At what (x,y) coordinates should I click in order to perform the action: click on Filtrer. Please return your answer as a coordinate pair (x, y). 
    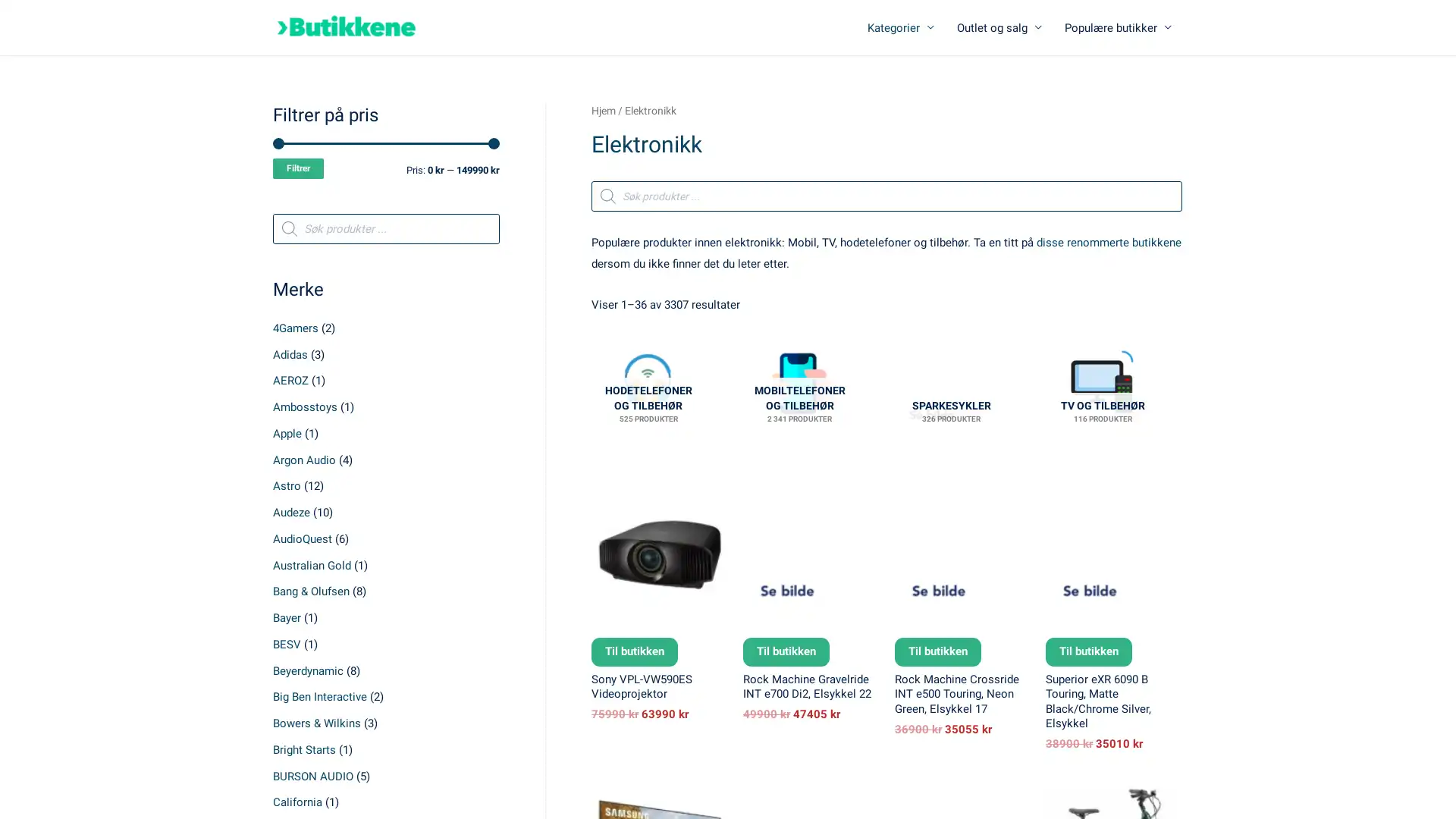
    Looking at the image, I should click on (298, 168).